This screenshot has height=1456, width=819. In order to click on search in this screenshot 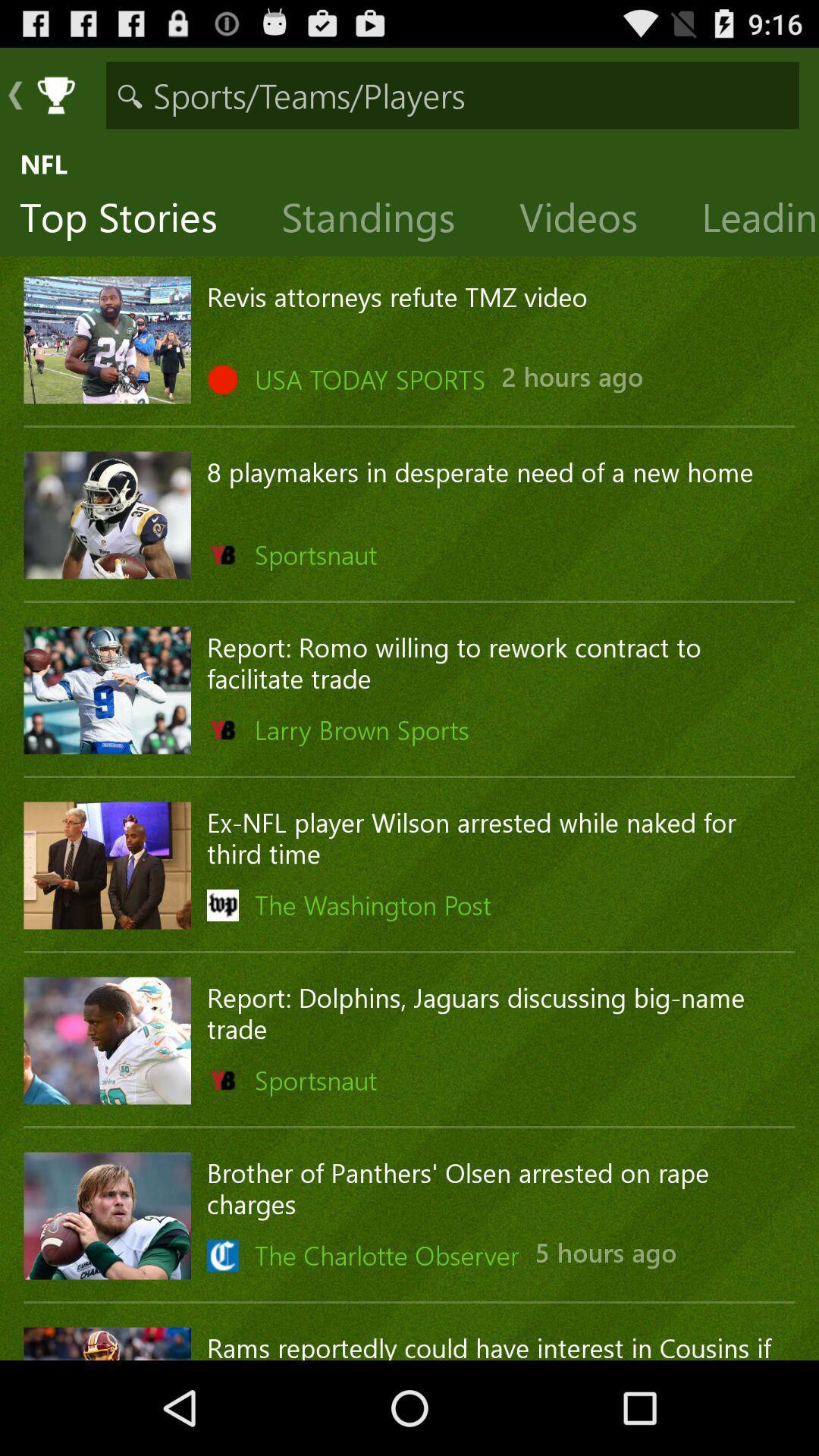, I will do `click(452, 94)`.